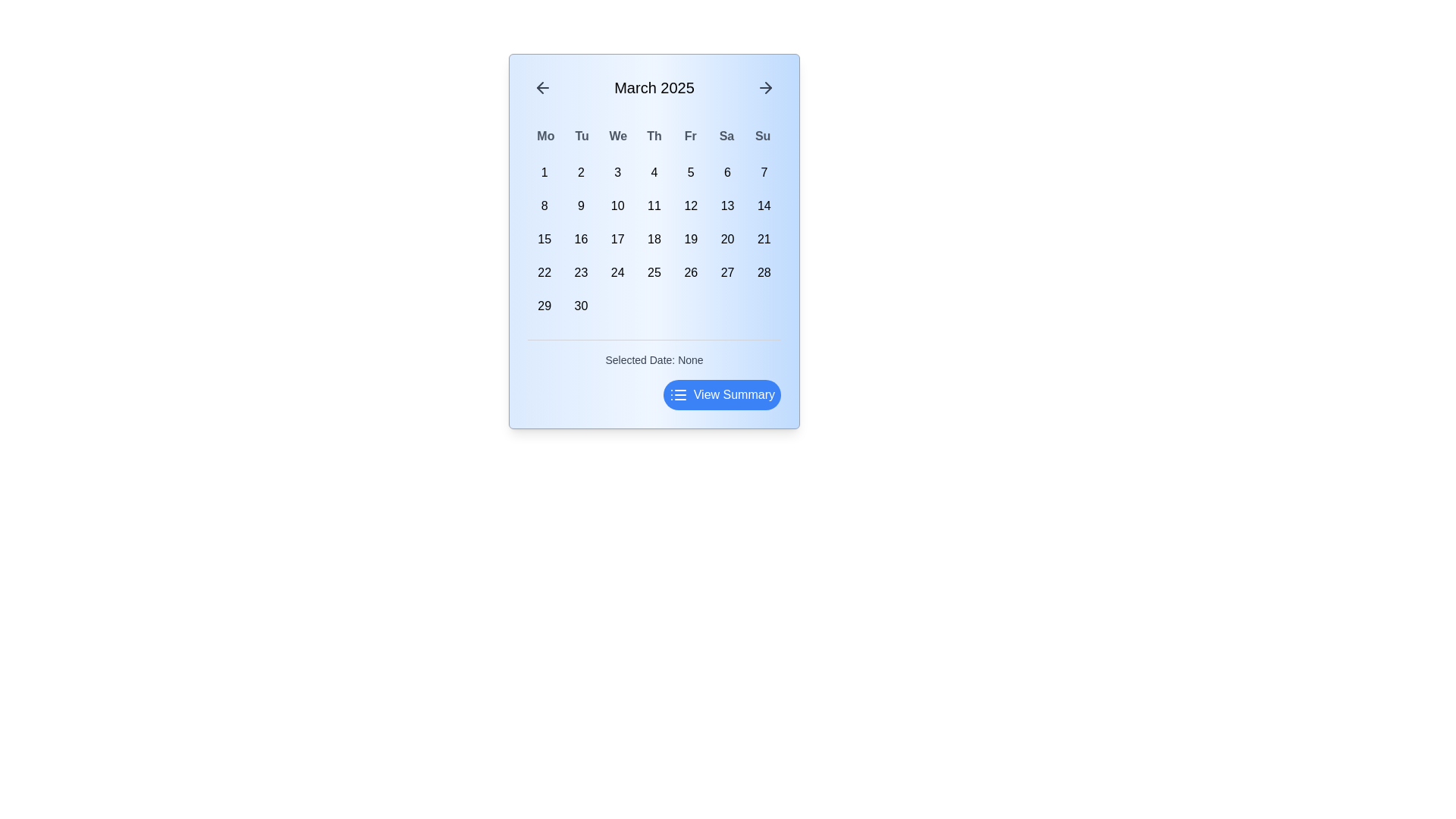 The height and width of the screenshot is (819, 1456). What do you see at coordinates (654, 239) in the screenshot?
I see `the selectable day button representing the date '18' in the calendar interface` at bounding box center [654, 239].